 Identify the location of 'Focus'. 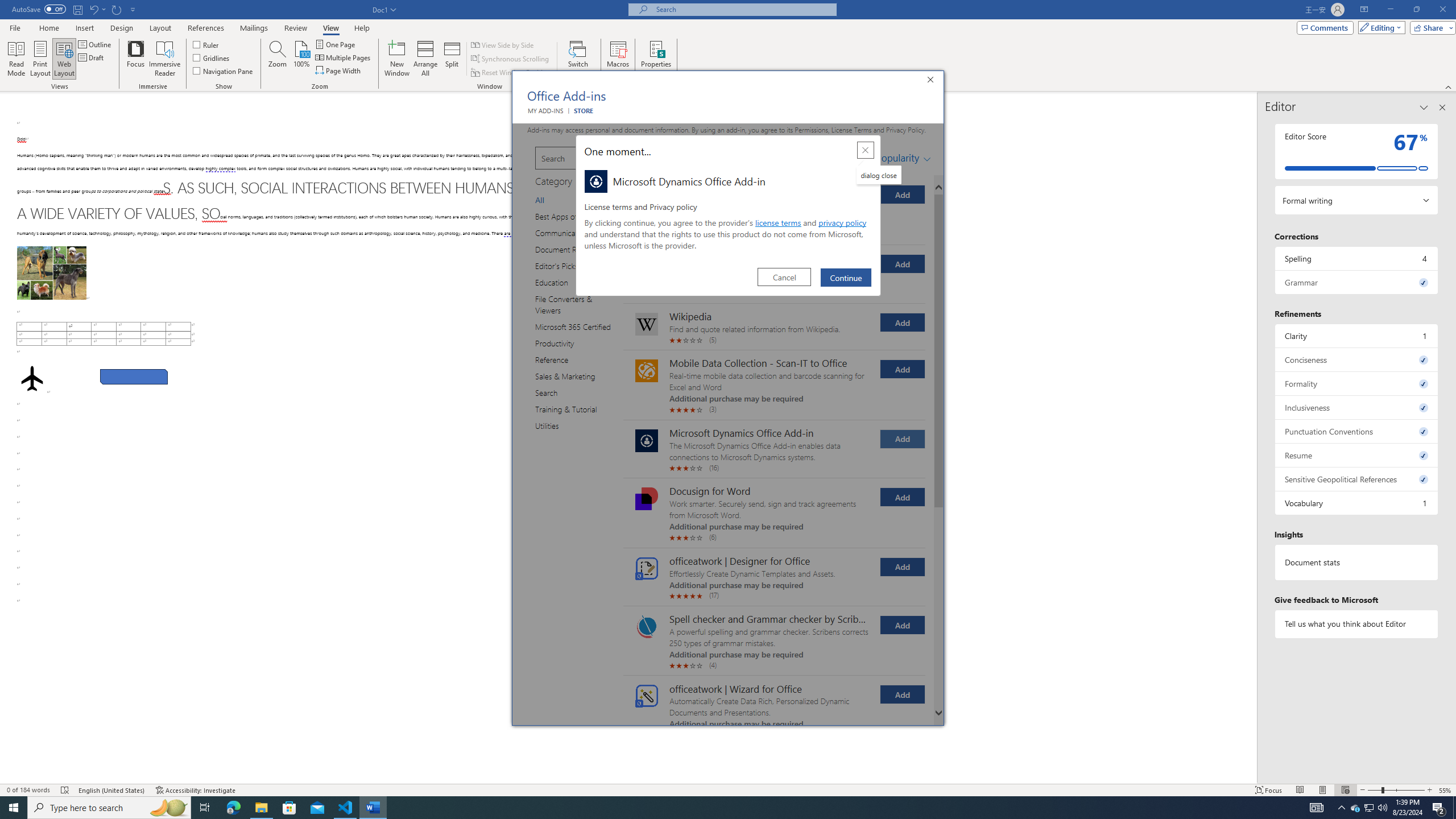
(136, 59).